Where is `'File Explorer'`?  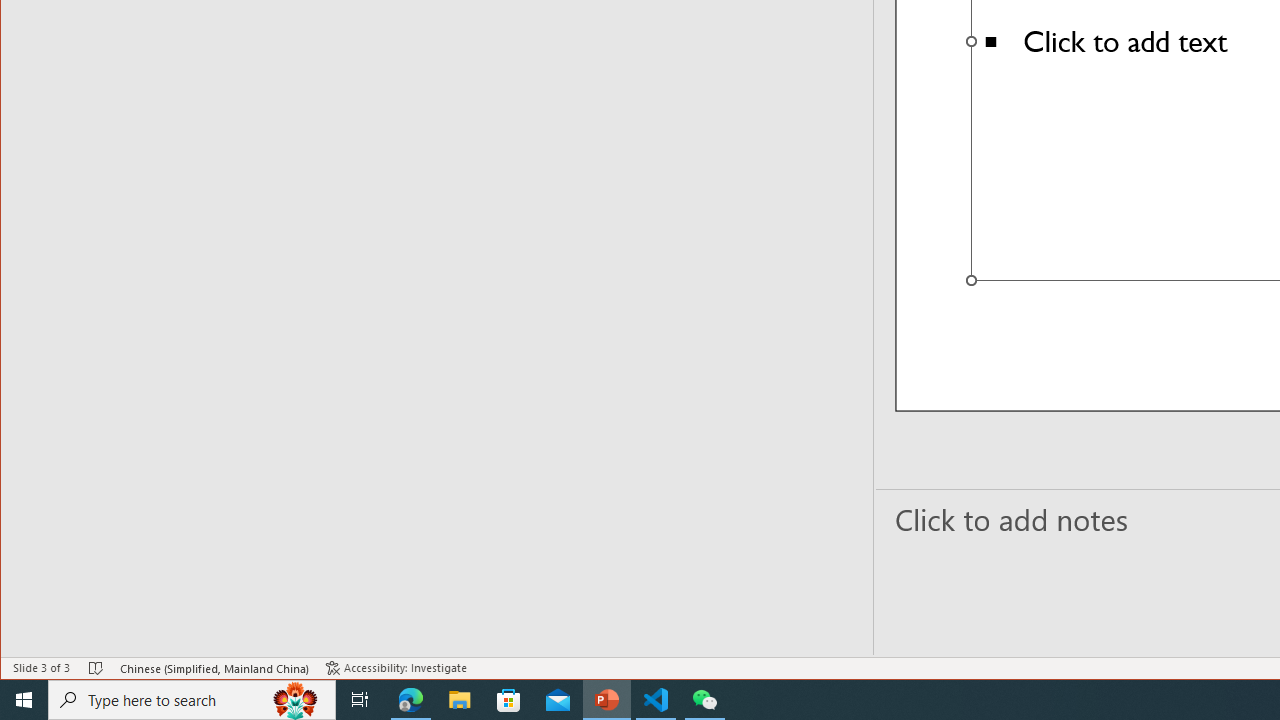
'File Explorer' is located at coordinates (459, 698).